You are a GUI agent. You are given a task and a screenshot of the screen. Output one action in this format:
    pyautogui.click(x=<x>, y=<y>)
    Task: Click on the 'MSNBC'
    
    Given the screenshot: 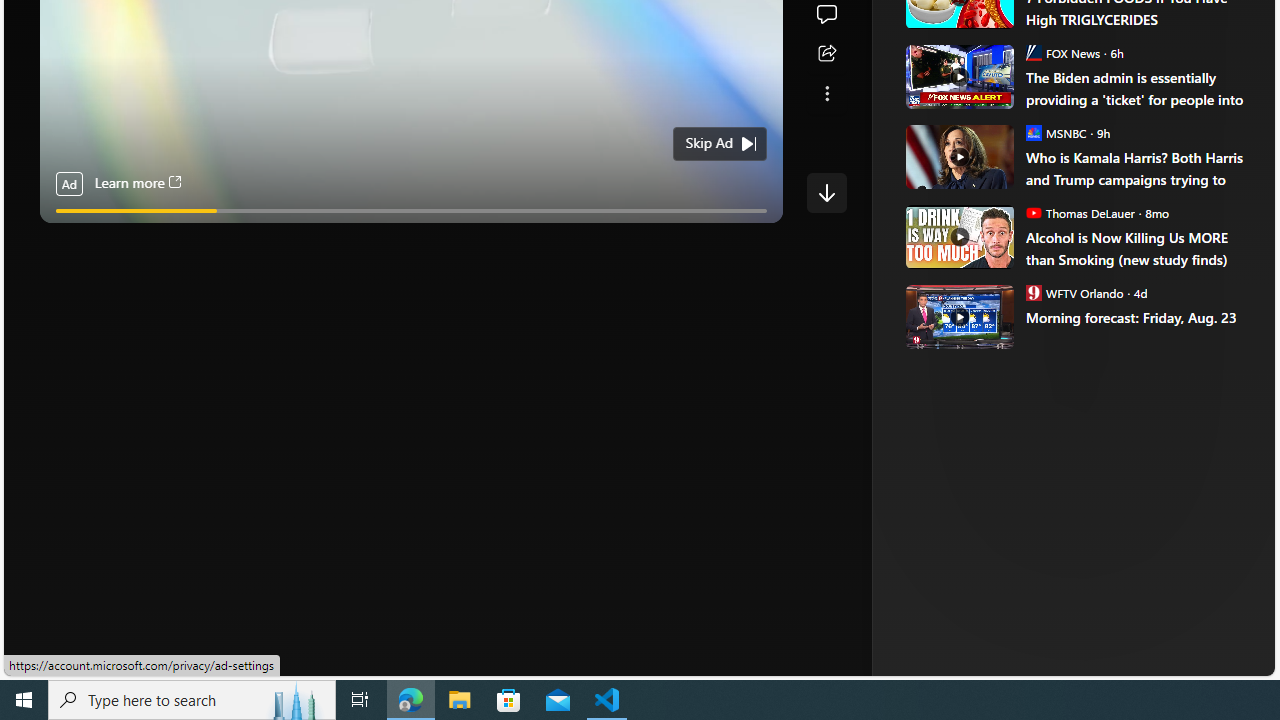 What is the action you would take?
    pyautogui.click(x=1033, y=132)
    